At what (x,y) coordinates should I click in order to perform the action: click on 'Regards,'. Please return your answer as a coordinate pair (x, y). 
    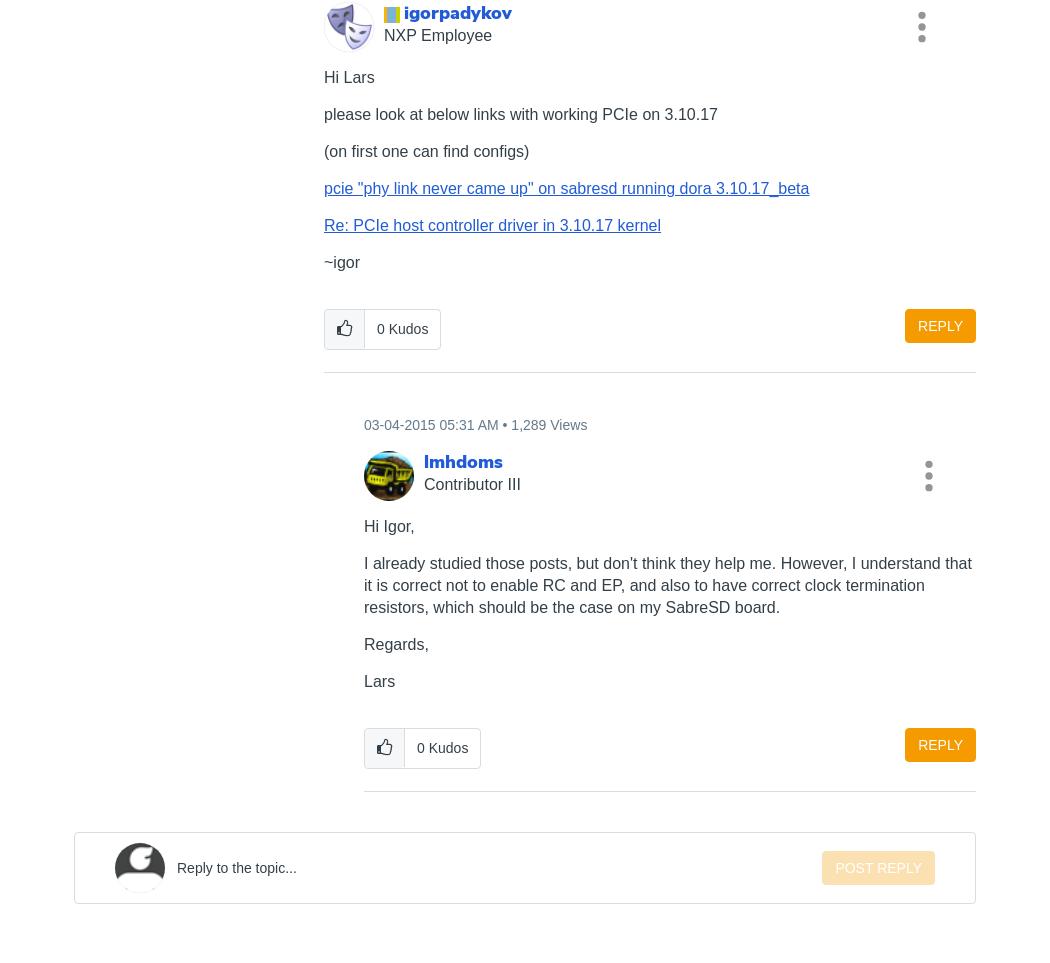
    Looking at the image, I should click on (395, 643).